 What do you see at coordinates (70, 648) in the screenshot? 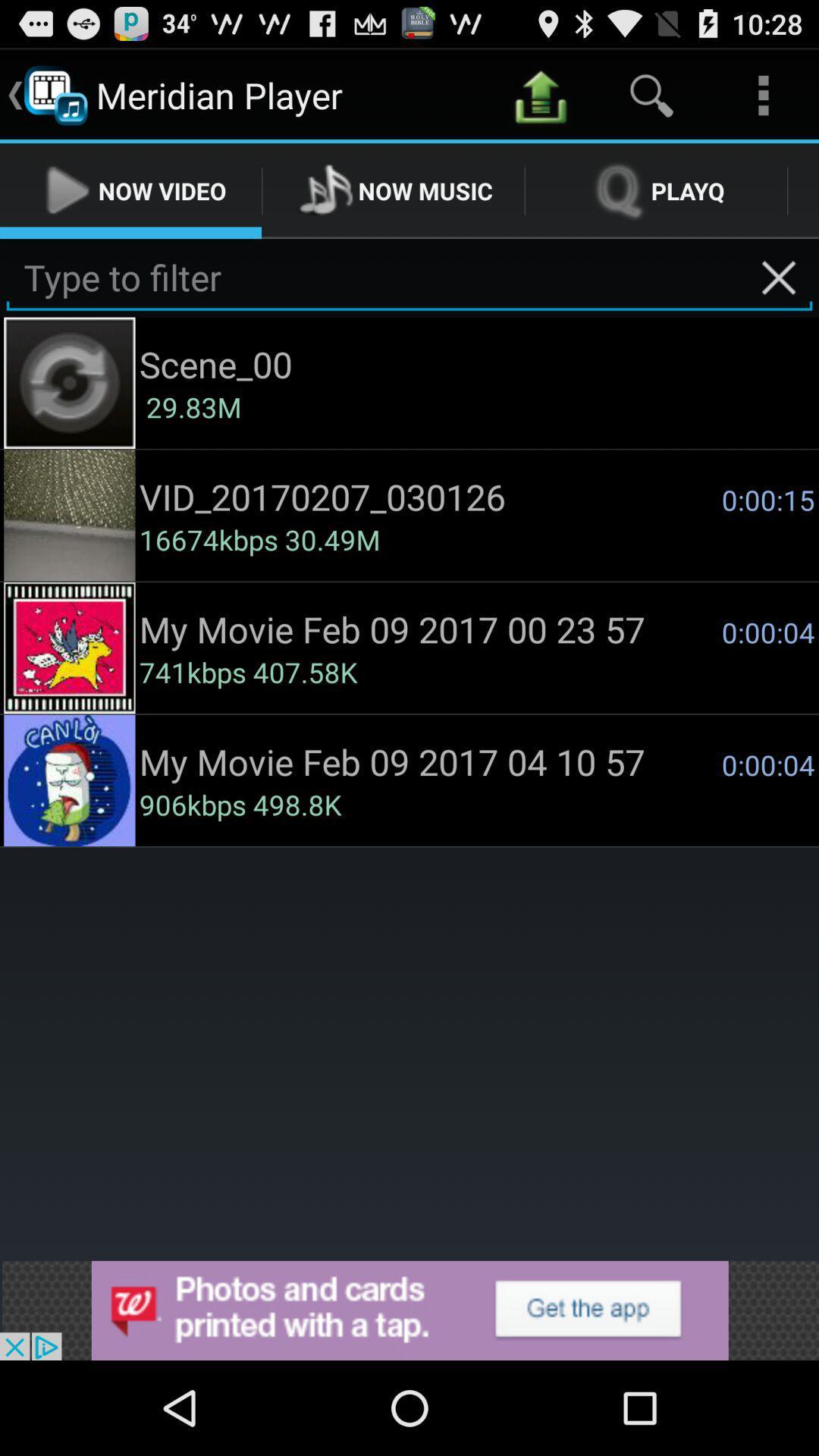
I see `the dragon image` at bounding box center [70, 648].